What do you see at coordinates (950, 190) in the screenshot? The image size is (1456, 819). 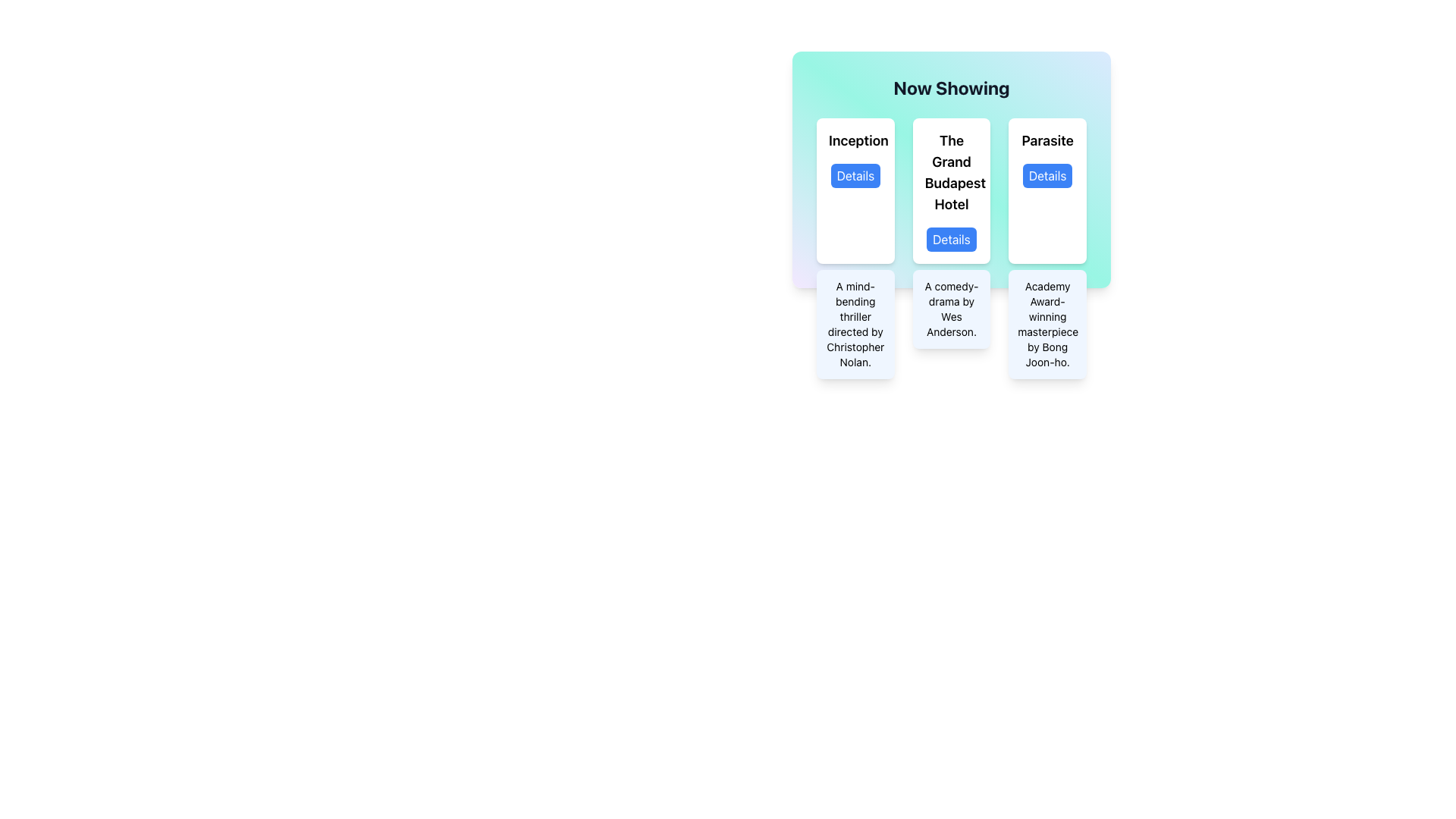 I see `the card titled 'The Grand Budapest Hotel' in the grid layout which is centrally located under the 'Now Showing' section` at bounding box center [950, 190].